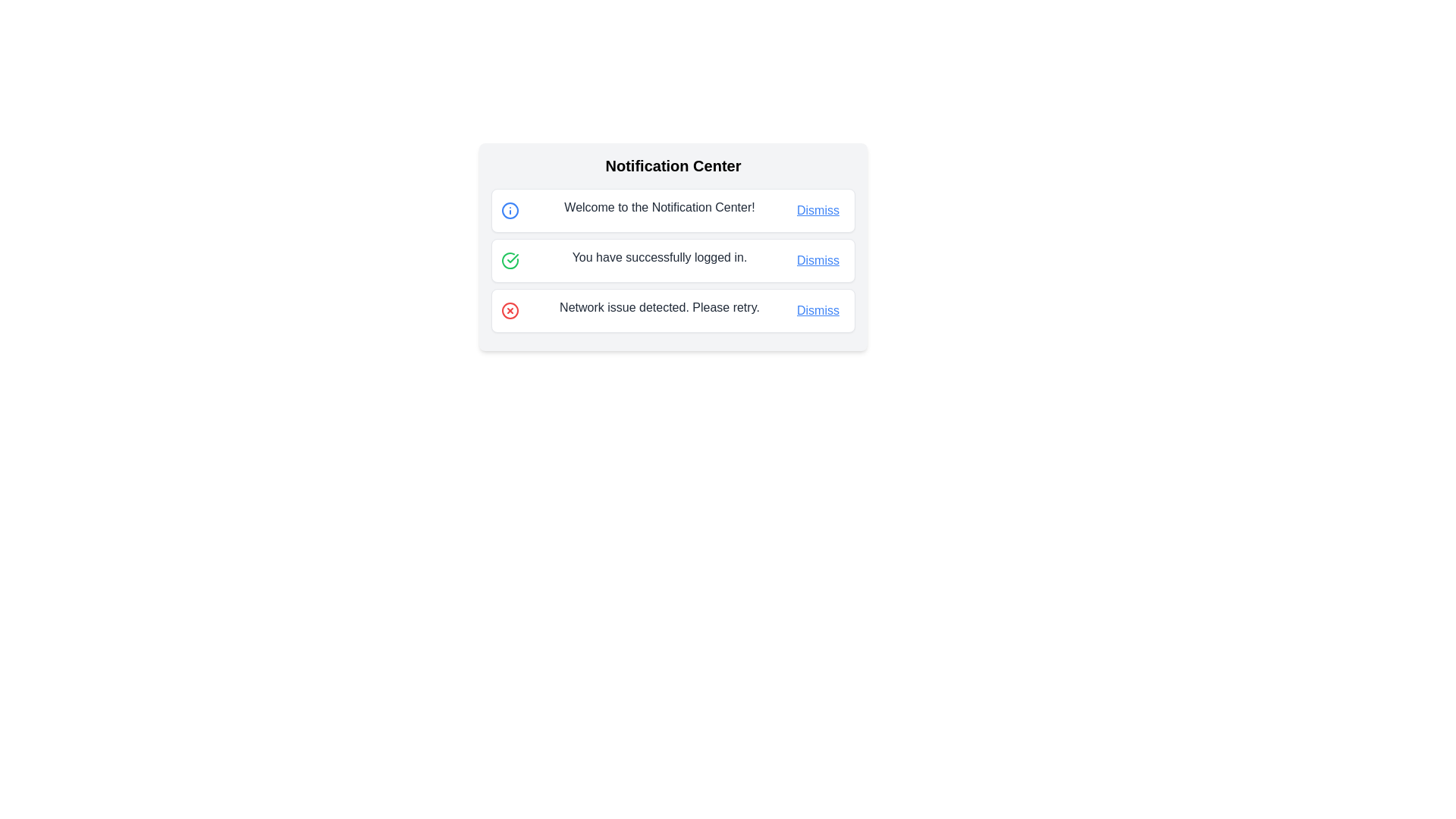  I want to click on the second icon in the vertical list of three notification items that indicates a validated state, located to the left of the message 'You have successfully logged in.', so click(510, 259).